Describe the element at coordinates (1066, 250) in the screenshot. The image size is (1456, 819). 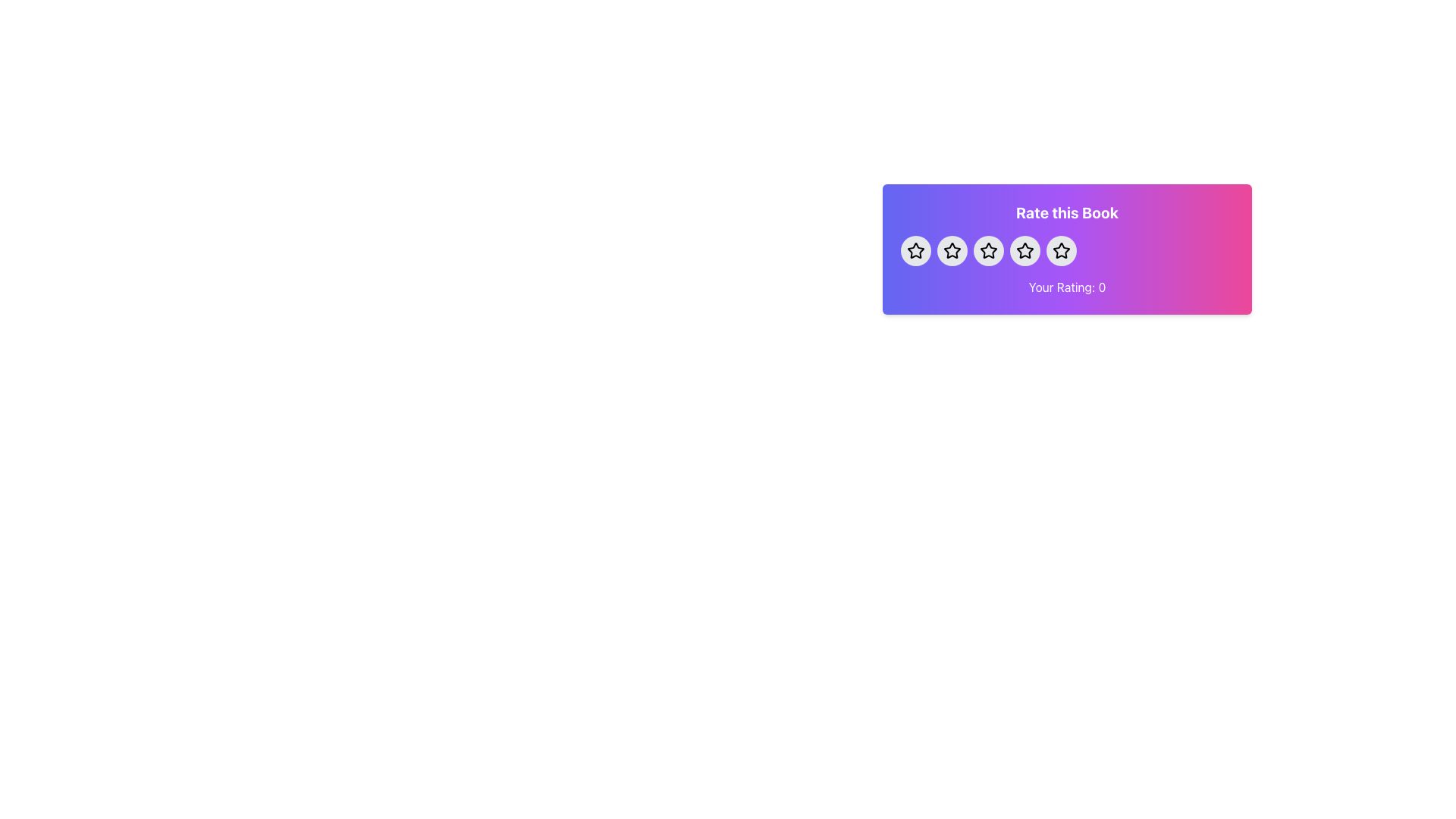
I see `the interactive star rating component positioned below the 'Rate this Book.' text` at that location.